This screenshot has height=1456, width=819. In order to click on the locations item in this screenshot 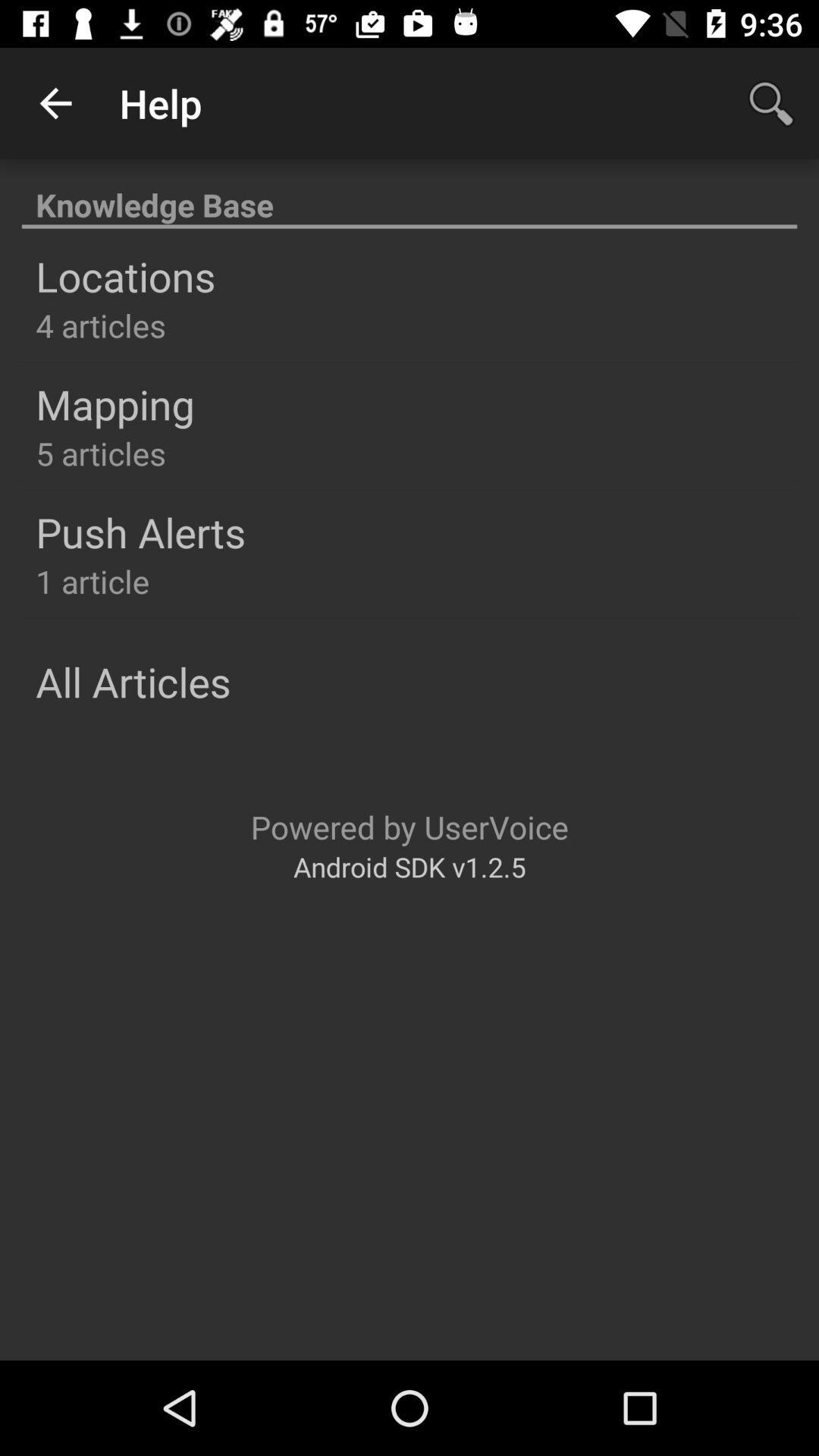, I will do `click(124, 276)`.